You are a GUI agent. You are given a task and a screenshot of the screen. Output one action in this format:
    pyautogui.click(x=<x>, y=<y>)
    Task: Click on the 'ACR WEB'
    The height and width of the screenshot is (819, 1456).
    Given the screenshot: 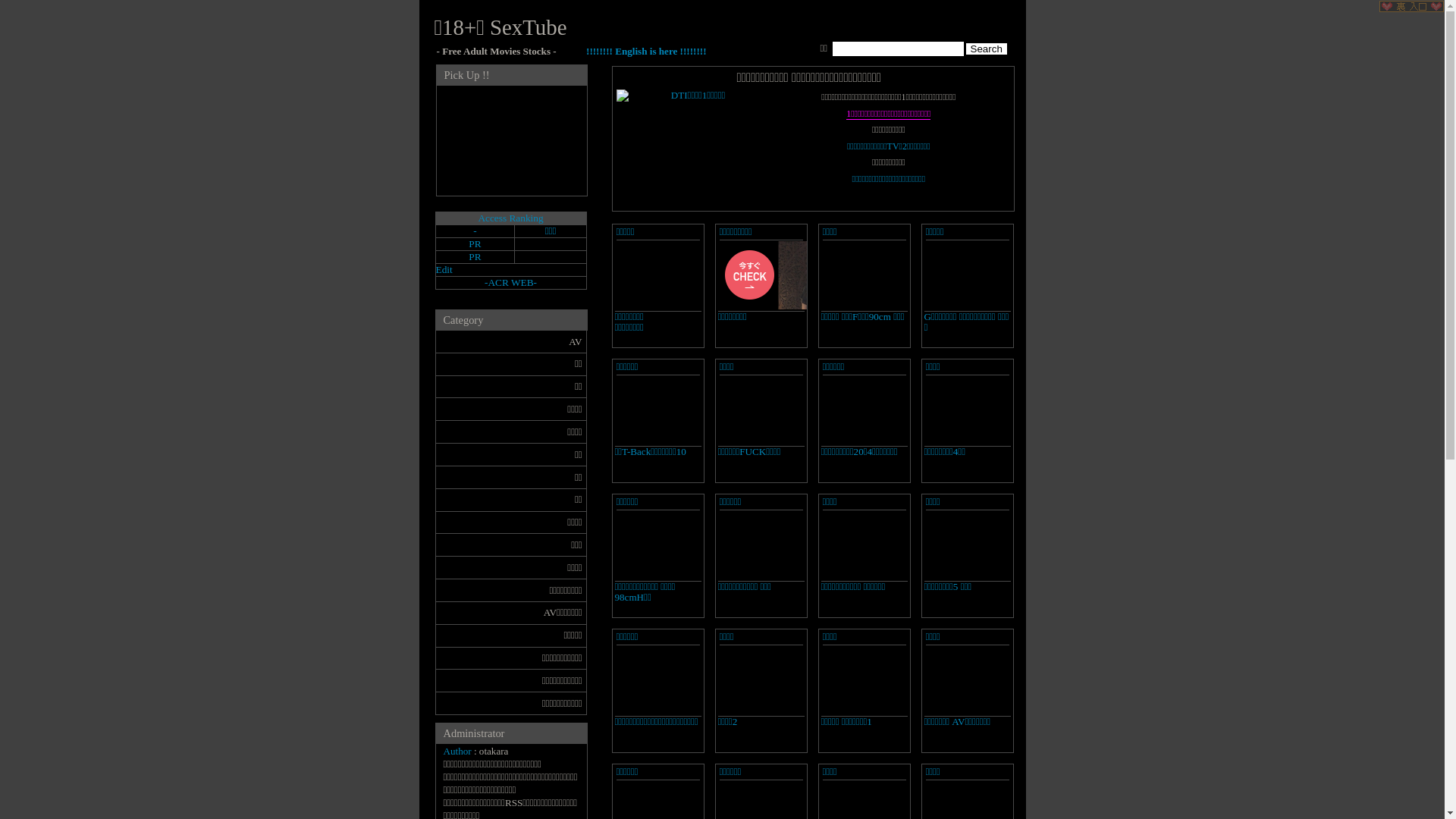 What is the action you would take?
    pyautogui.click(x=510, y=282)
    